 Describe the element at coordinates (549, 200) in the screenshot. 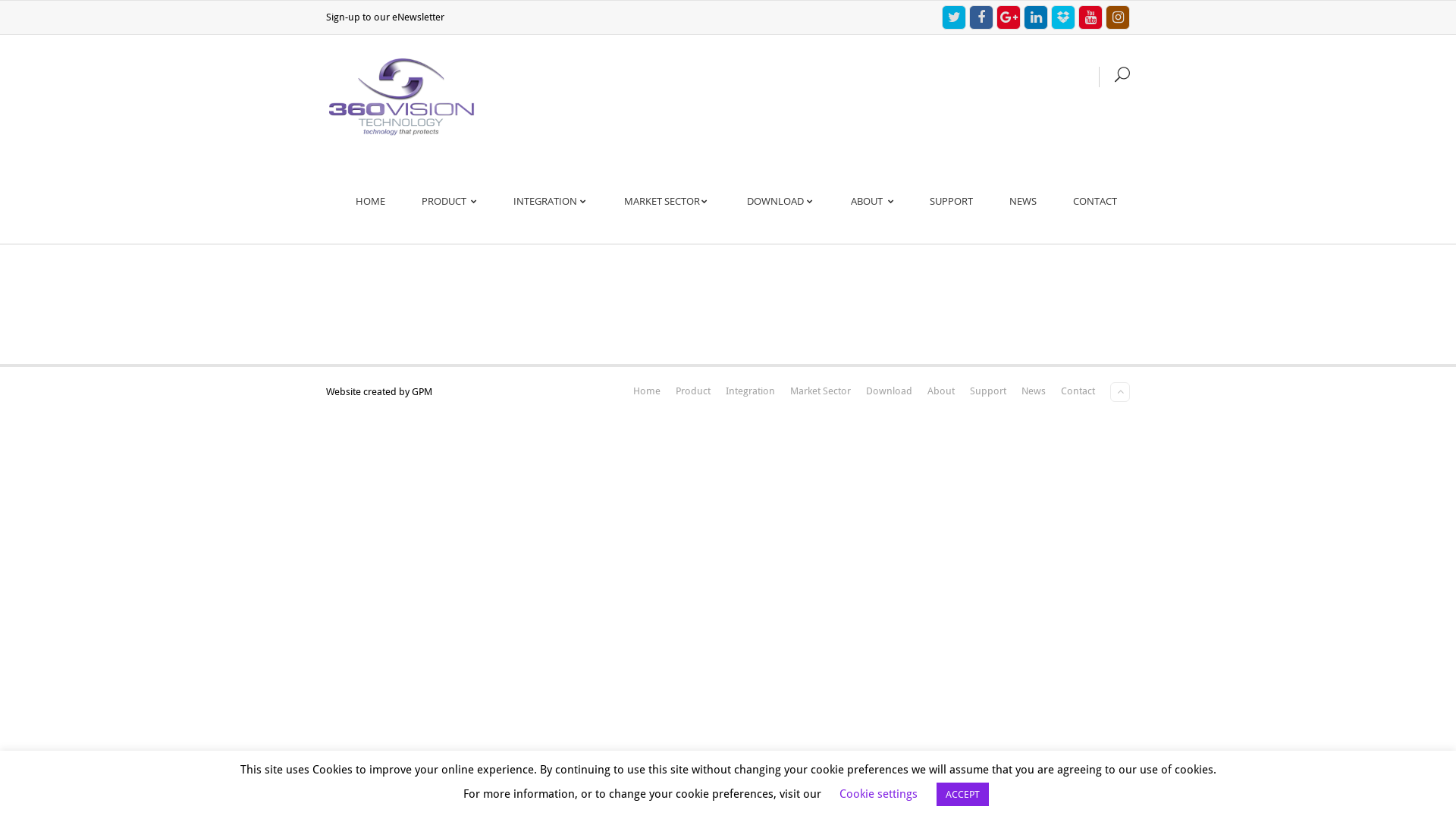

I see `'INTEGRATION'` at that location.